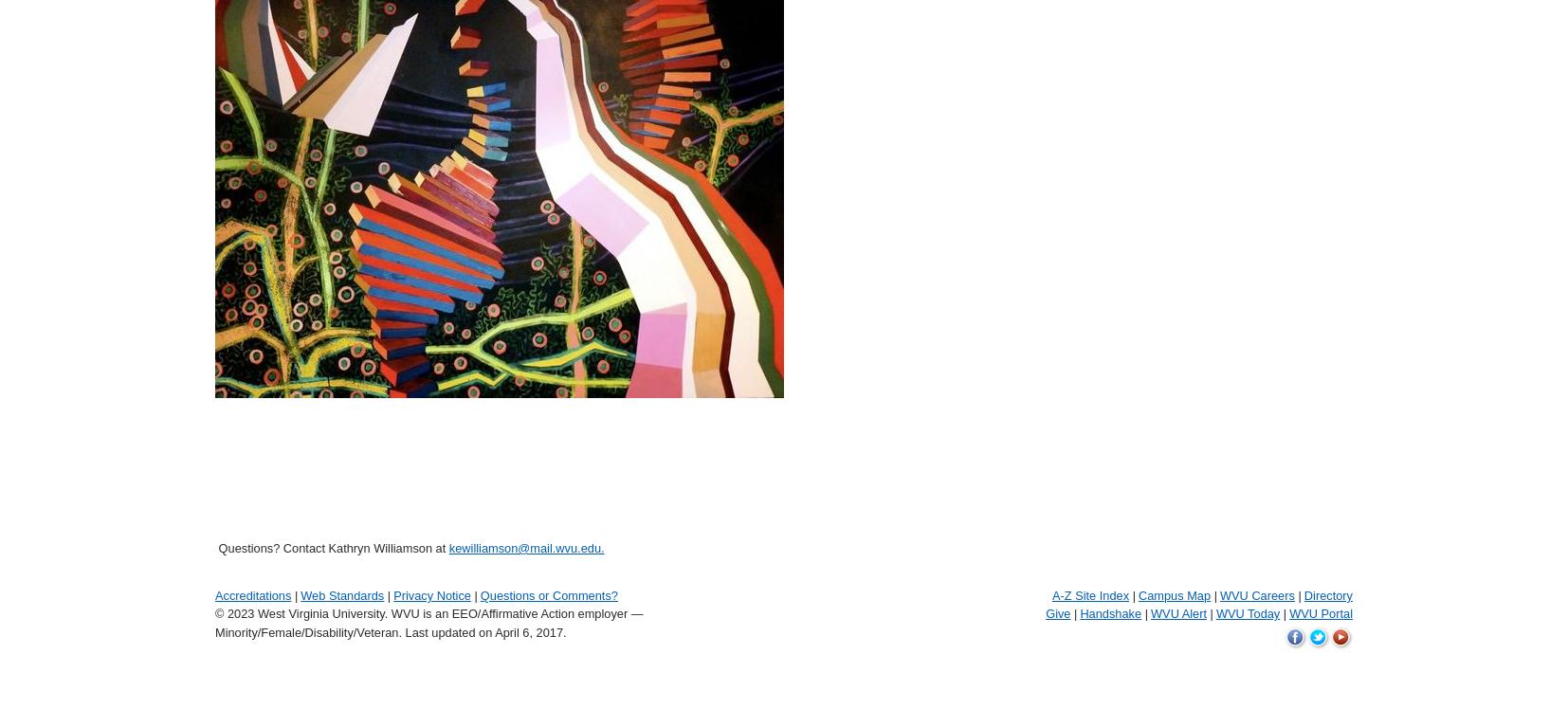 The image size is (1568, 727). I want to click on 'Questions? Contact Kathryn Williamson at', so click(330, 546).